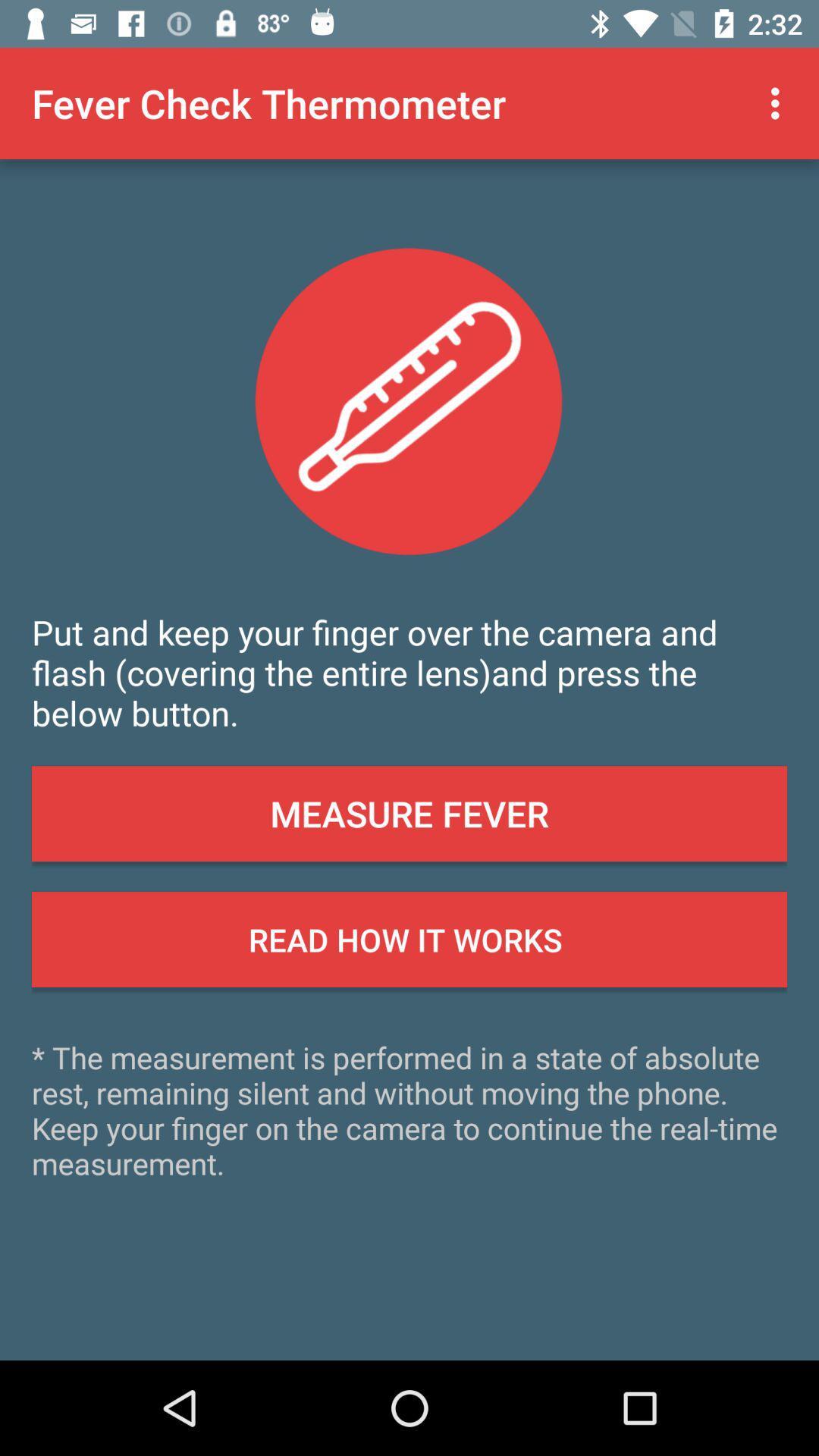  What do you see at coordinates (409, 813) in the screenshot?
I see `measure fever icon` at bounding box center [409, 813].